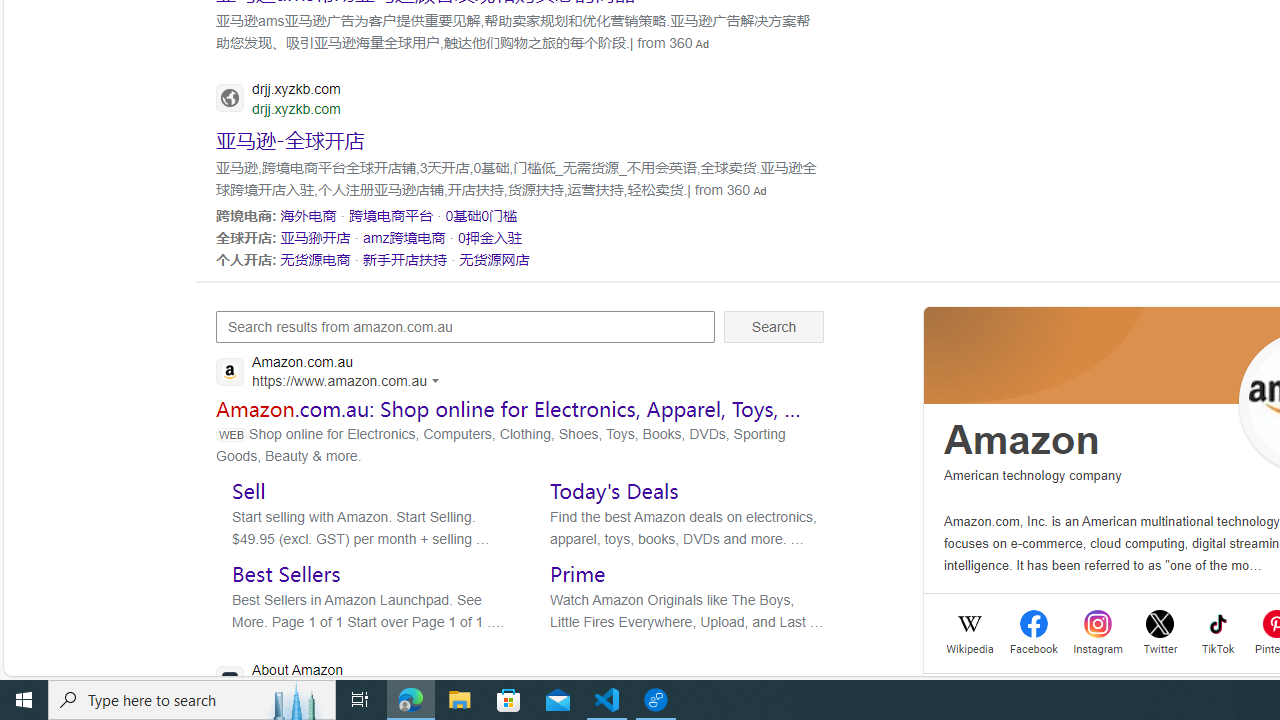 This screenshot has height=720, width=1280. Describe the element at coordinates (464, 325) in the screenshot. I see `'Search results from amazon.com.au'` at that location.